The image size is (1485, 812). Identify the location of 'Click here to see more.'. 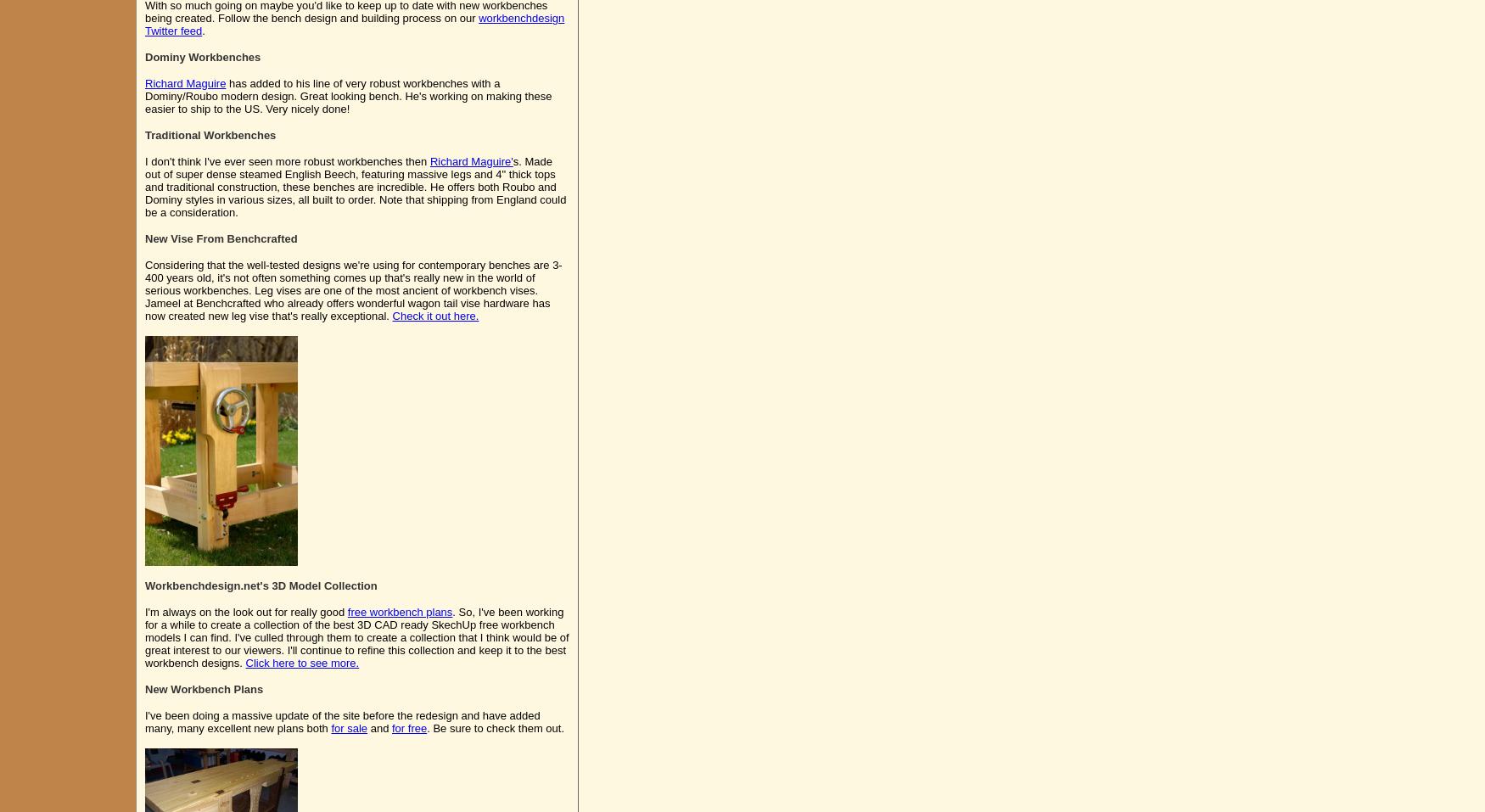
(301, 662).